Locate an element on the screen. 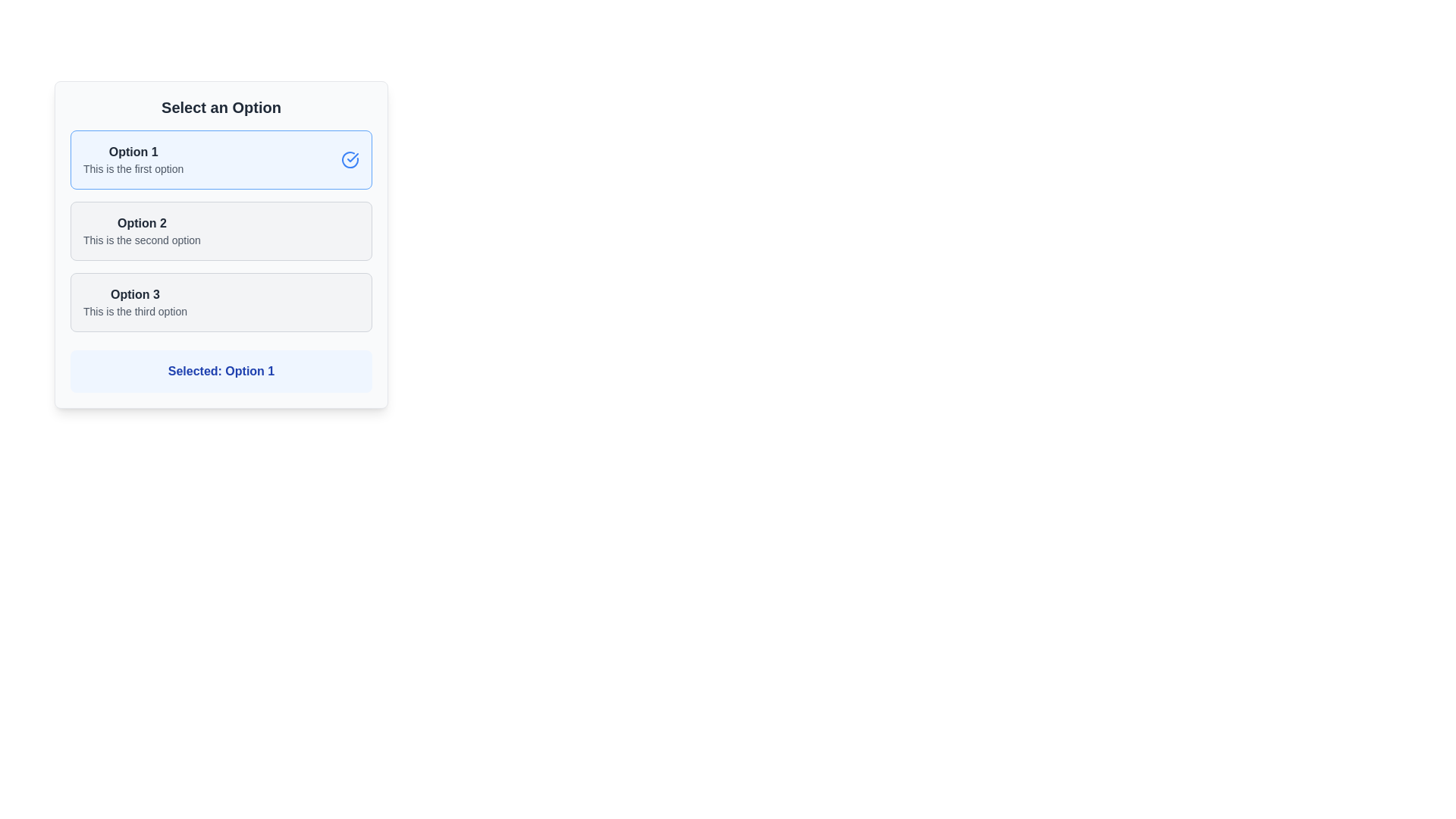 The height and width of the screenshot is (819, 1456). the first selectable option text label 'Option 1' is located at coordinates (133, 152).